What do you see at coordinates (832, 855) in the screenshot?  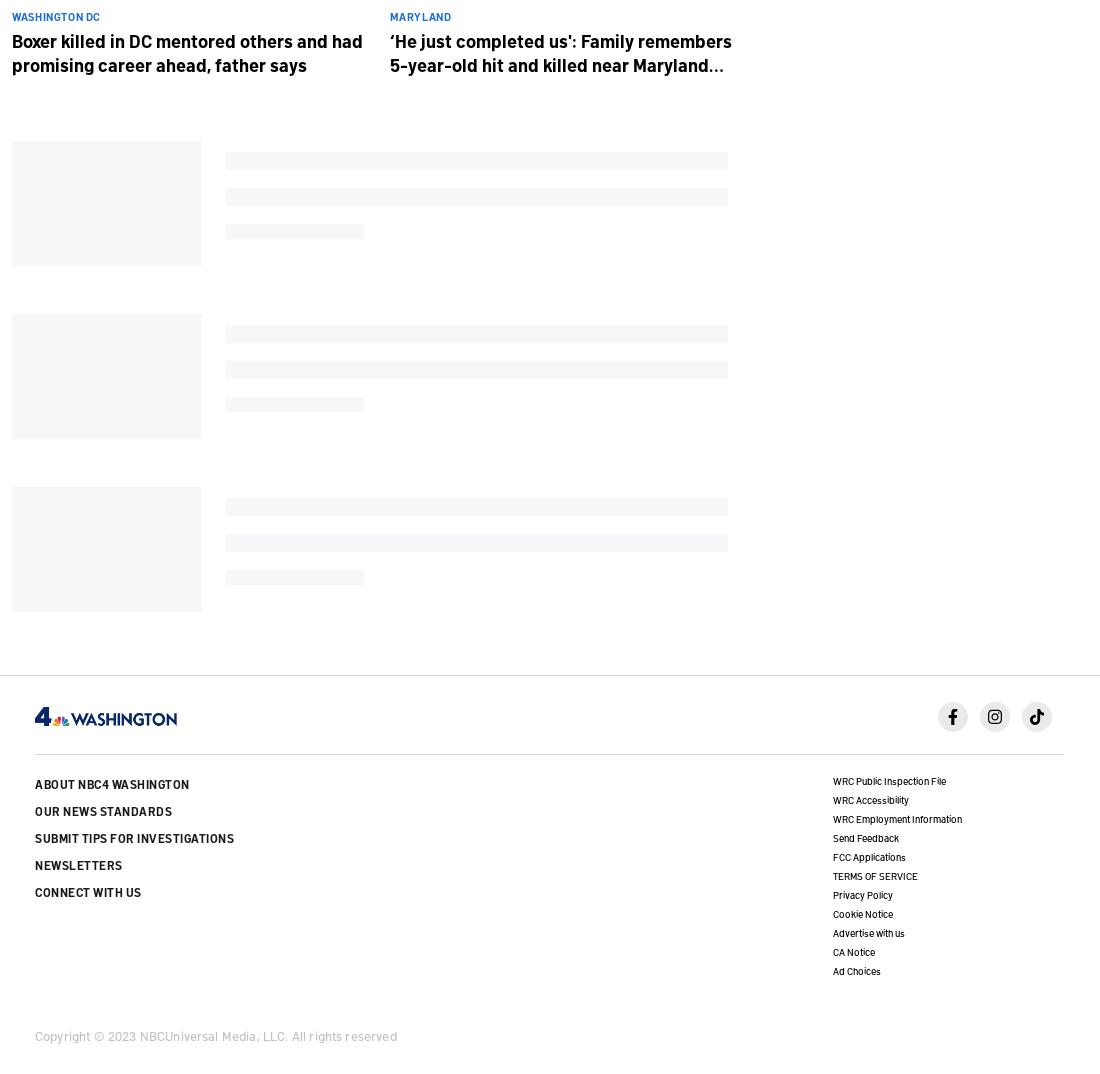 I see `'FCC Applications'` at bounding box center [832, 855].